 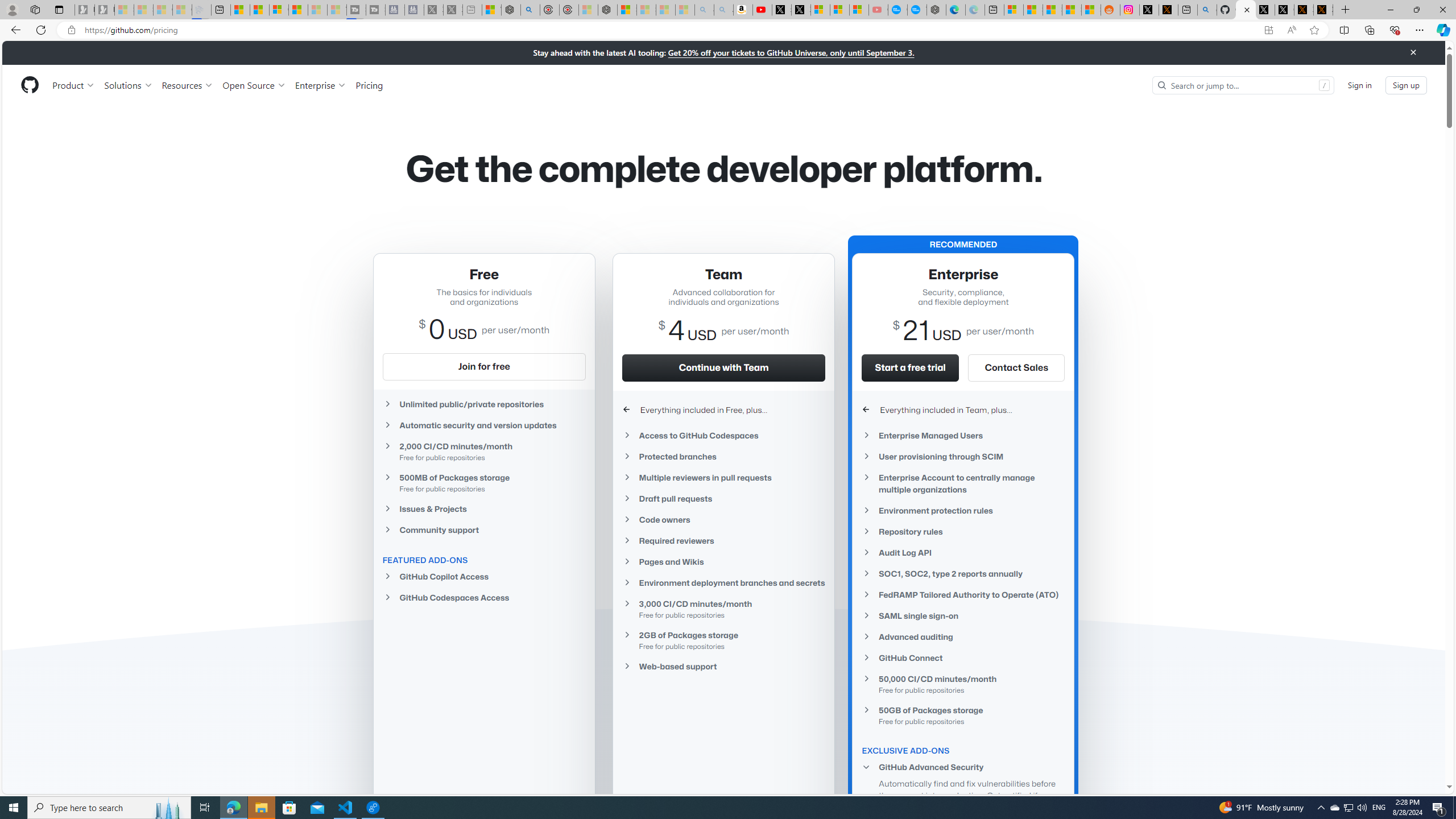 I want to click on 'GitHub Codespaces Access', so click(x=482, y=597).